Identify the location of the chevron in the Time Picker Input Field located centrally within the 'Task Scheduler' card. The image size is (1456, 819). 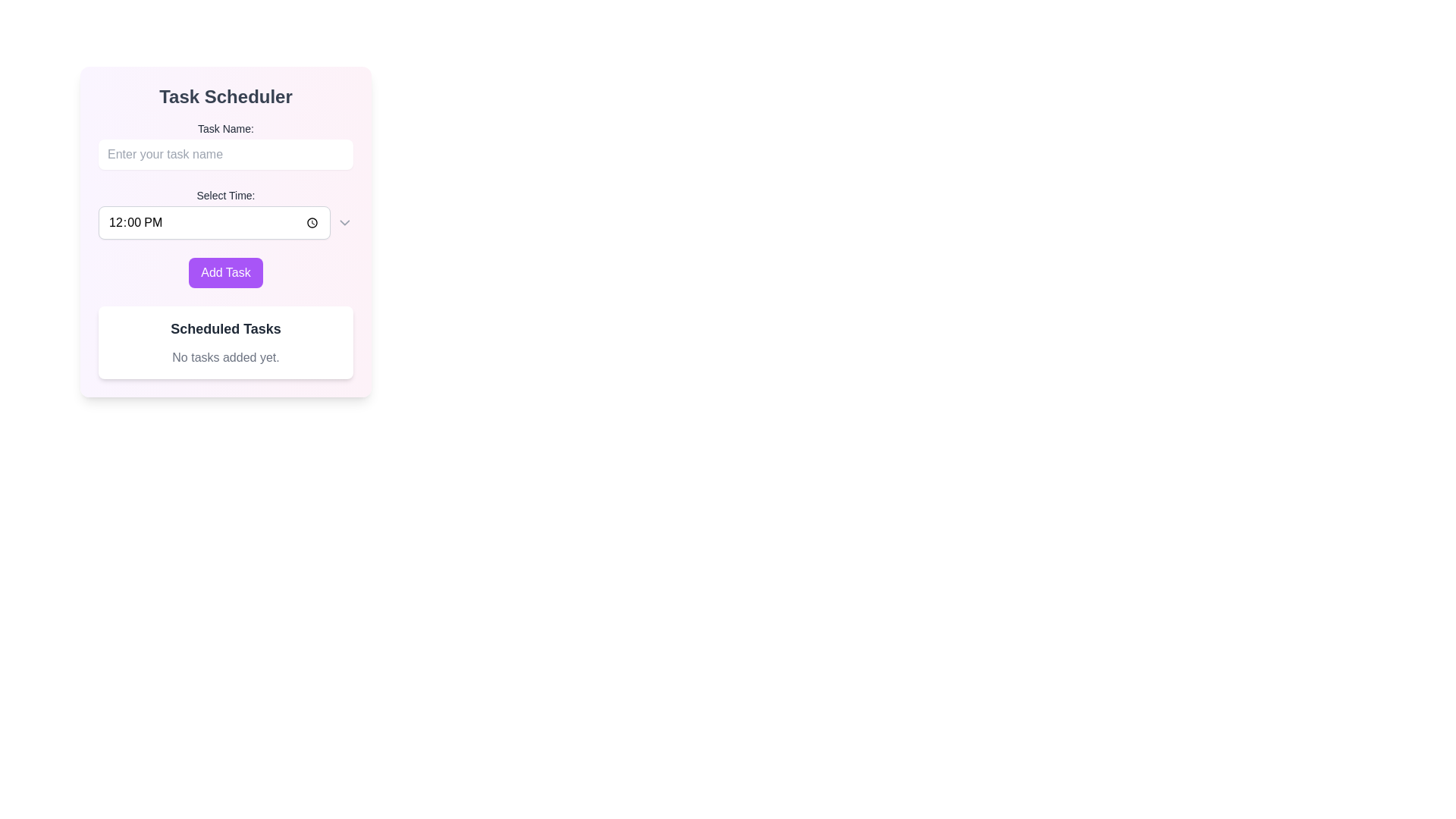
(224, 222).